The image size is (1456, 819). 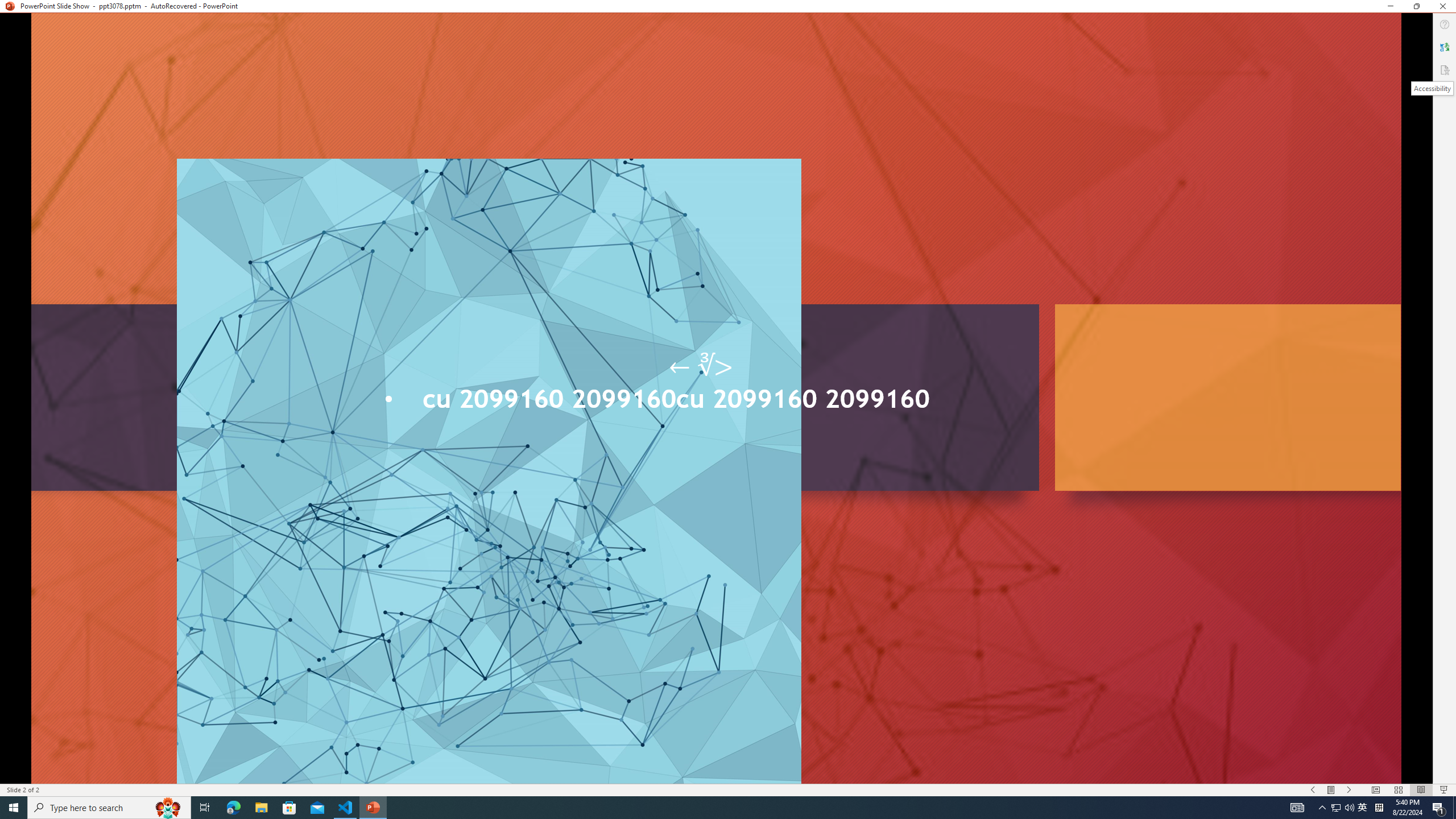 I want to click on 'Slide Show Next On', so click(x=1349, y=790).